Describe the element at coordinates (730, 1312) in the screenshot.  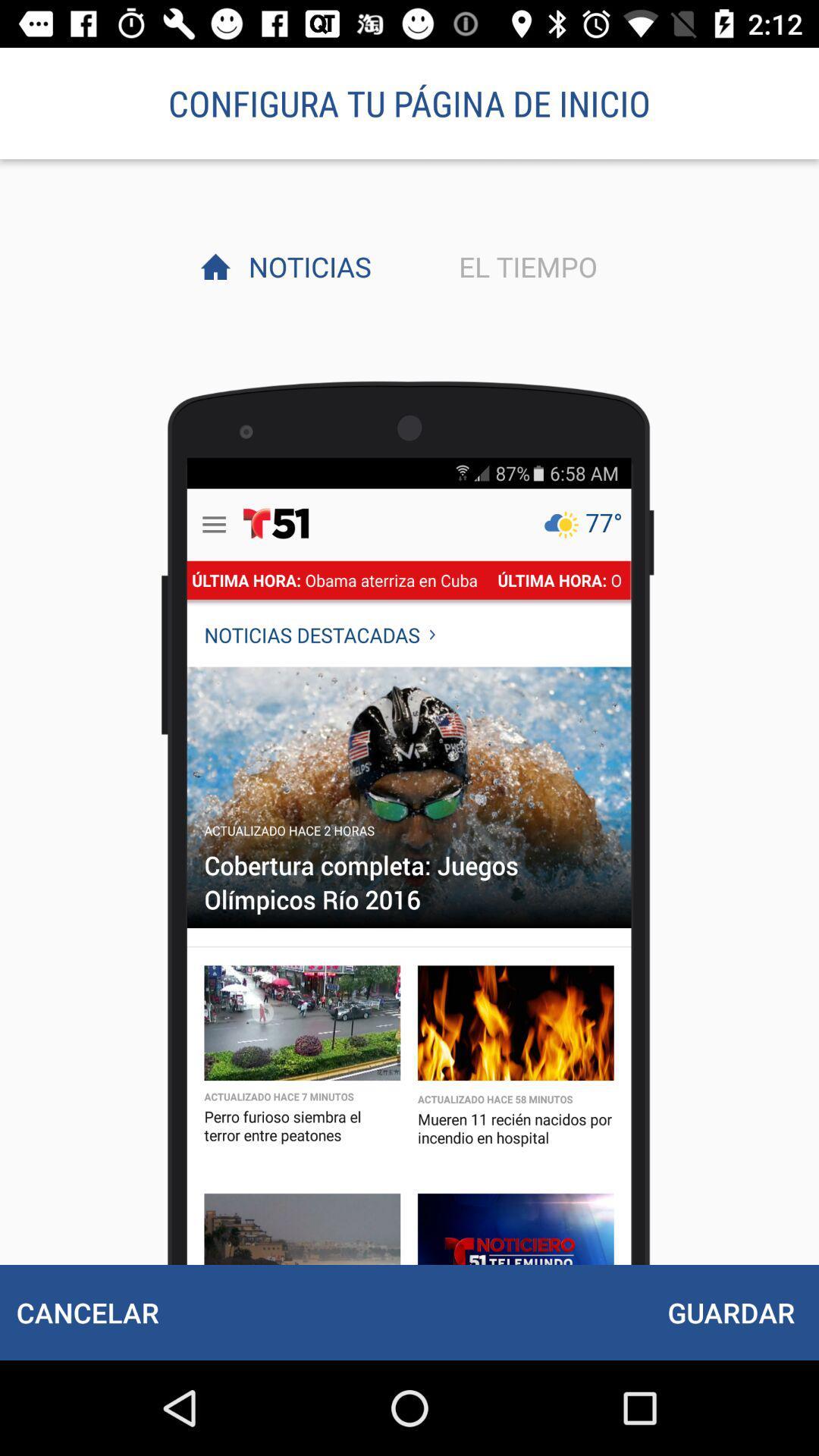
I see `the guardar` at that location.